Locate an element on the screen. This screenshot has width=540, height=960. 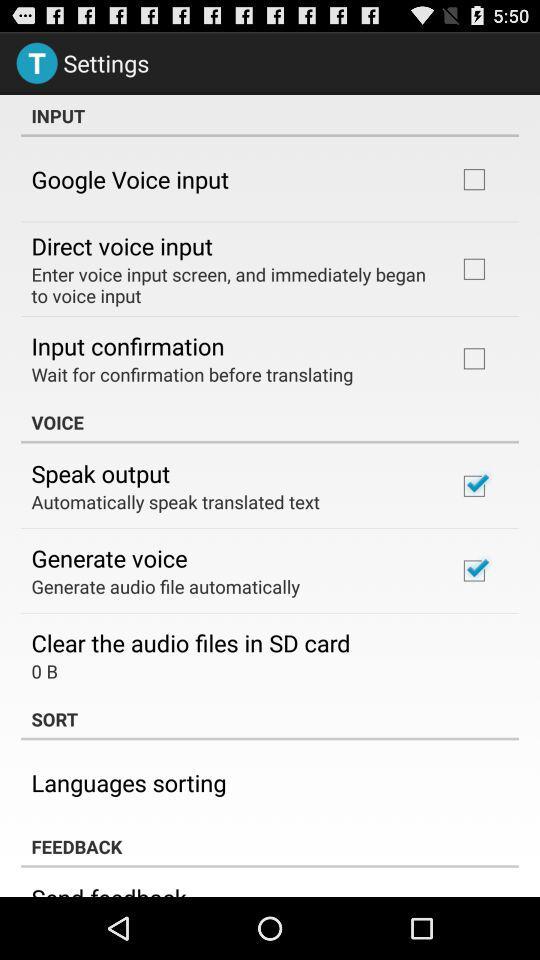
icon below 0 b item is located at coordinates (270, 719).